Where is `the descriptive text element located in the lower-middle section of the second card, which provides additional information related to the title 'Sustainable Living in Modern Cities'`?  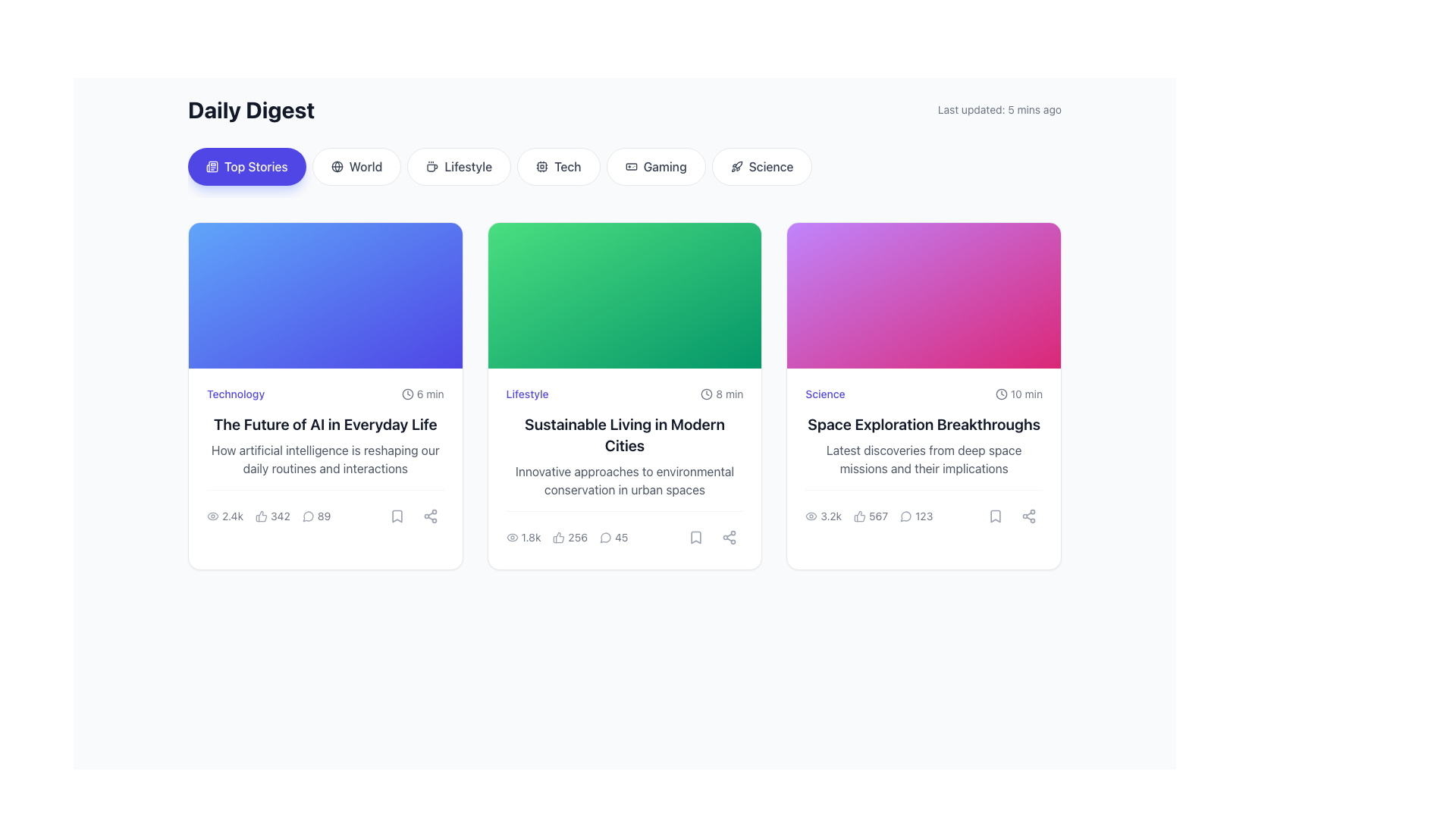
the descriptive text element located in the lower-middle section of the second card, which provides additional information related to the title 'Sustainable Living in Modern Cities' is located at coordinates (625, 480).